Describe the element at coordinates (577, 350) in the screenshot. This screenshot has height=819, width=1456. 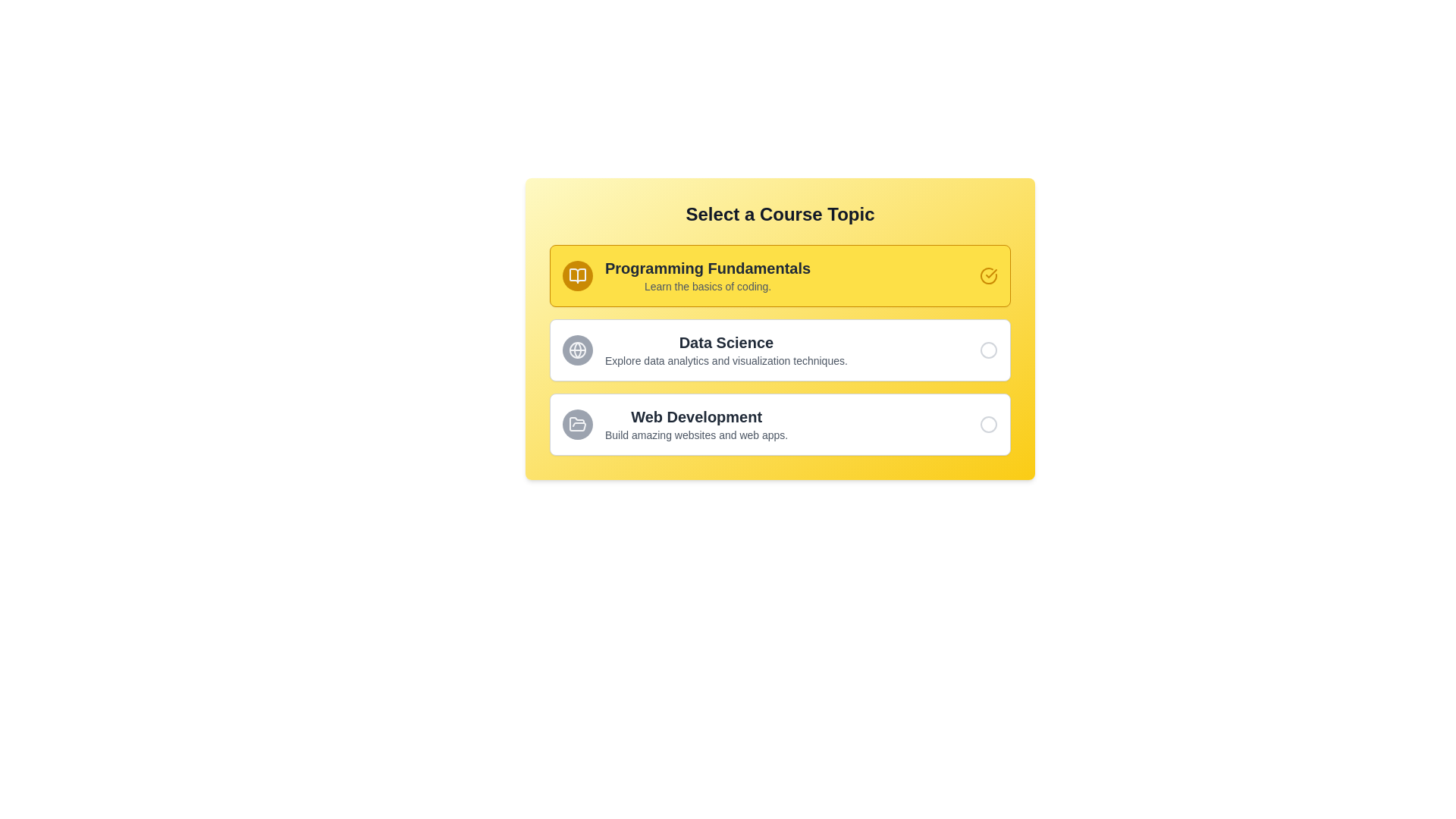
I see `the center of the globe icon representing 'Data Science' in the second option of the horizontal stack` at that location.